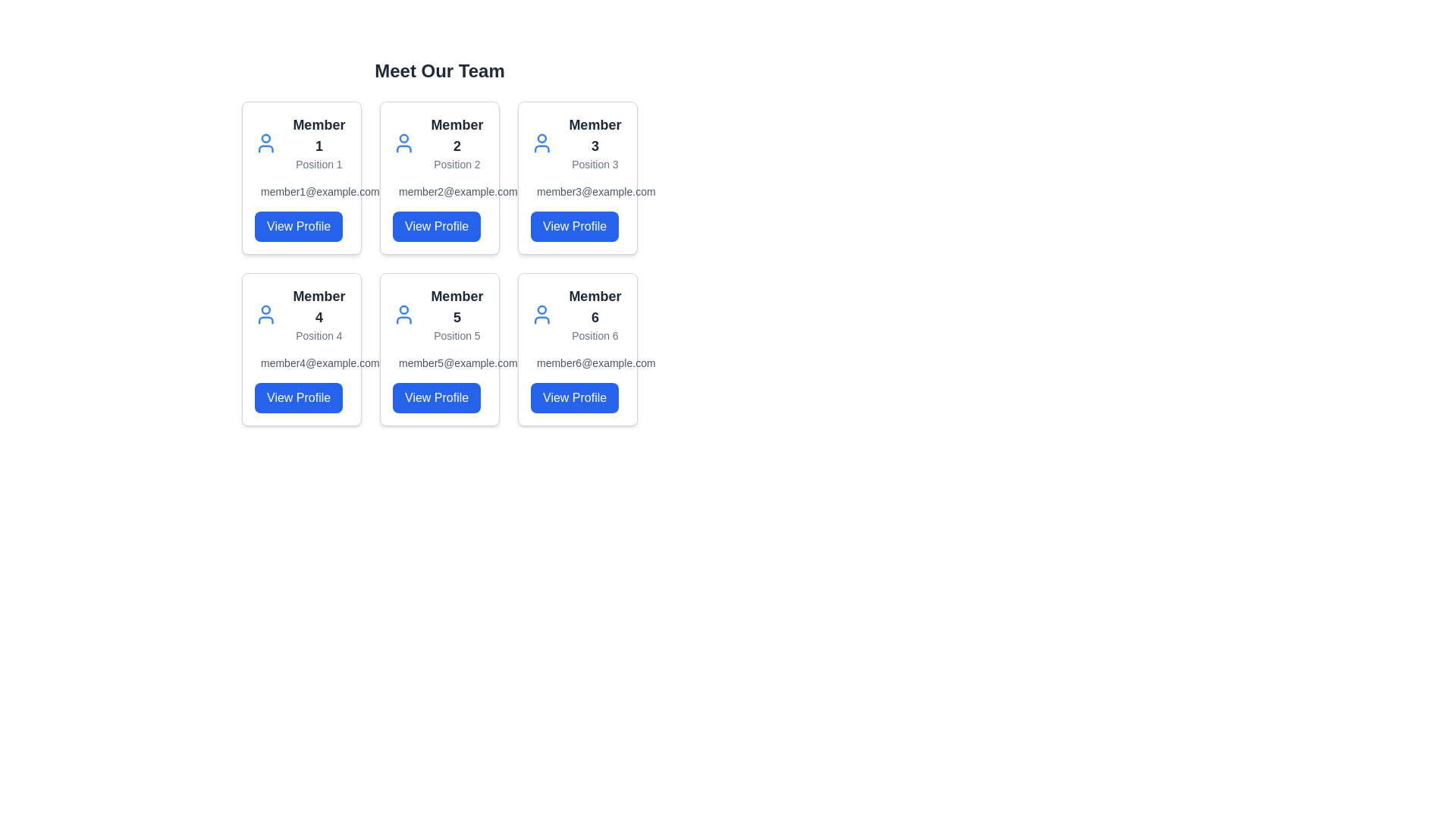 The height and width of the screenshot is (819, 1456). I want to click on the static text element that serves as the title or label for the team member card, located directly above the text 'Position 2' in the second card from the left in the top row of a grid layout, so click(456, 134).